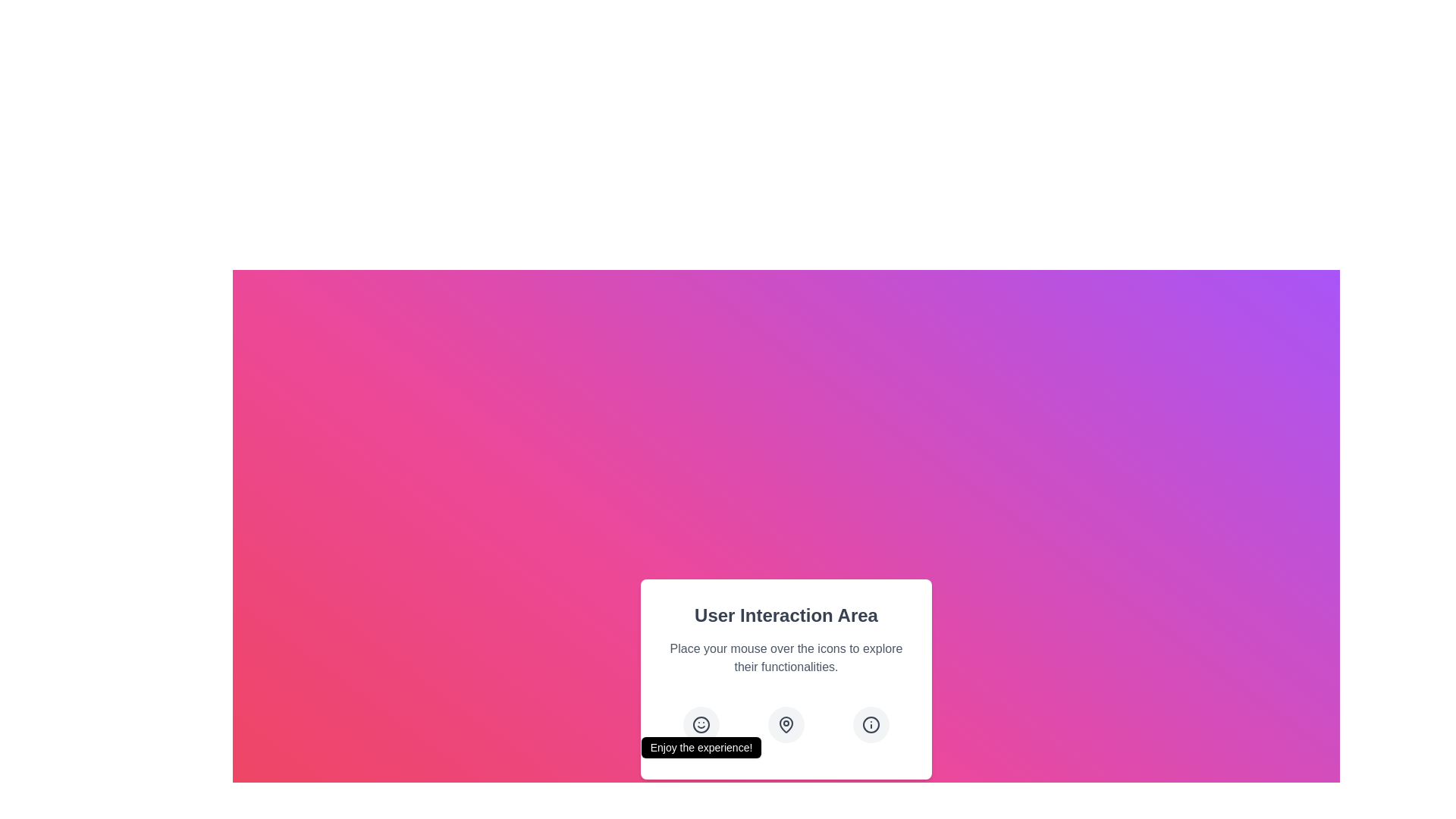  Describe the element at coordinates (786, 723) in the screenshot. I see `the outlined gray map pin icon located in the bottom center section of the interface within the 'User Interaction Area'` at that location.